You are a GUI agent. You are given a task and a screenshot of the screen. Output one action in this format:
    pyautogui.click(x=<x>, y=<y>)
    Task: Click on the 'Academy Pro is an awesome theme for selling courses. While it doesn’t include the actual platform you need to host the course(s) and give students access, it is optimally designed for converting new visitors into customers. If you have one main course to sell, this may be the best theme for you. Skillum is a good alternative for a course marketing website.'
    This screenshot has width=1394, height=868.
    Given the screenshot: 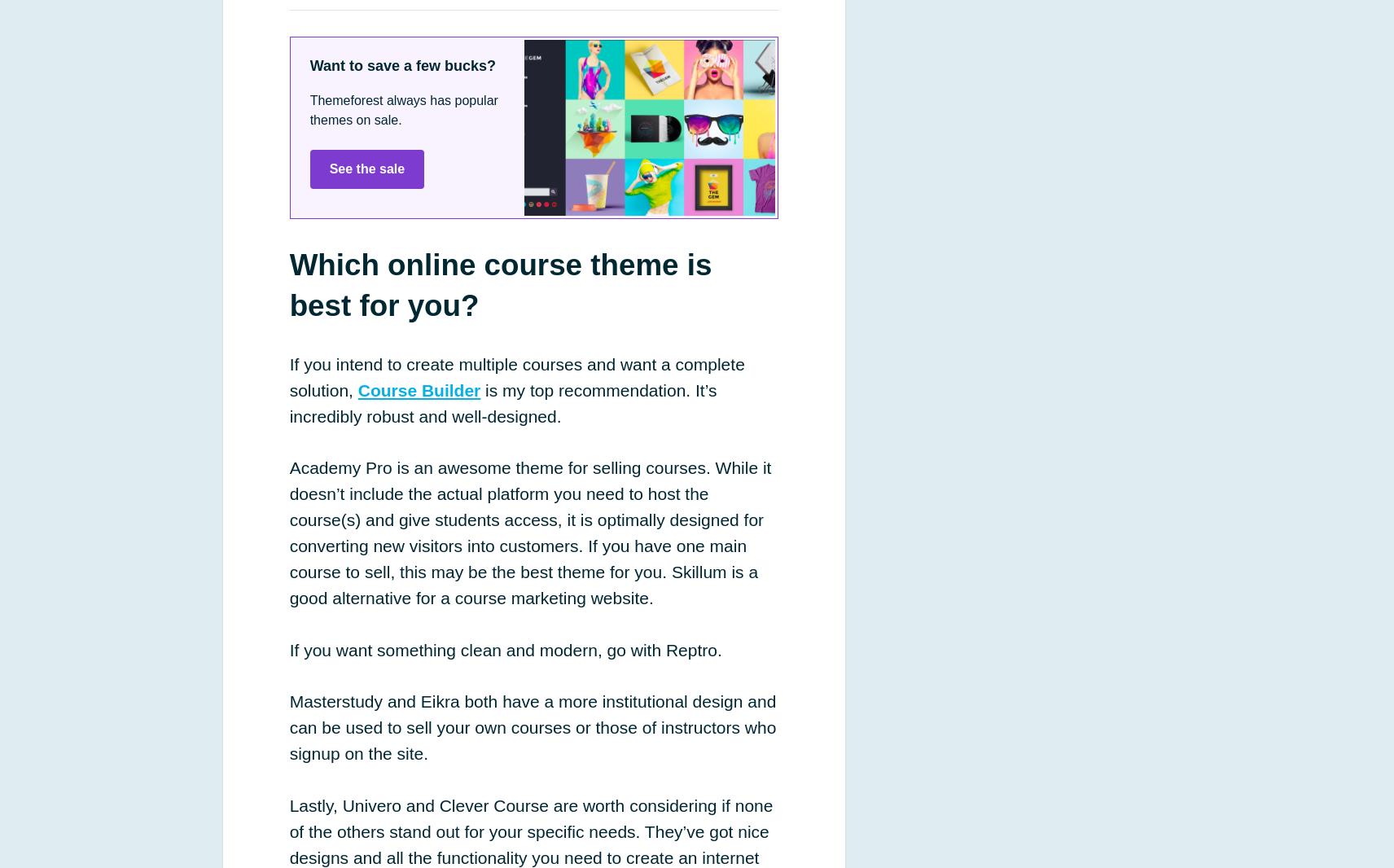 What is the action you would take?
    pyautogui.click(x=530, y=532)
    